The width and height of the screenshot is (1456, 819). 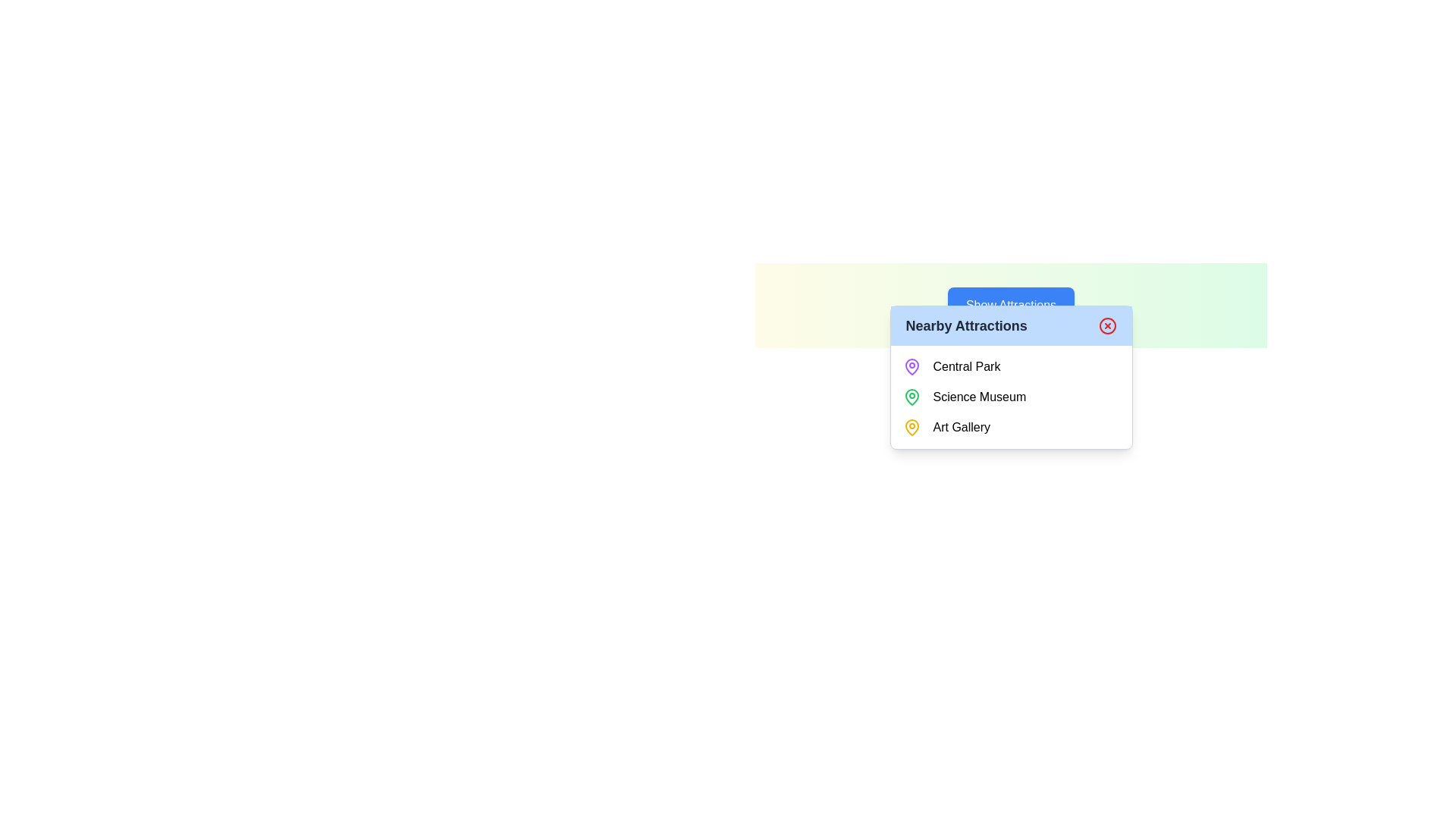 What do you see at coordinates (965, 325) in the screenshot?
I see `the 'Nearby Attractions' text label displayed in bold dark gray font within the blue header section of the popup component` at bounding box center [965, 325].